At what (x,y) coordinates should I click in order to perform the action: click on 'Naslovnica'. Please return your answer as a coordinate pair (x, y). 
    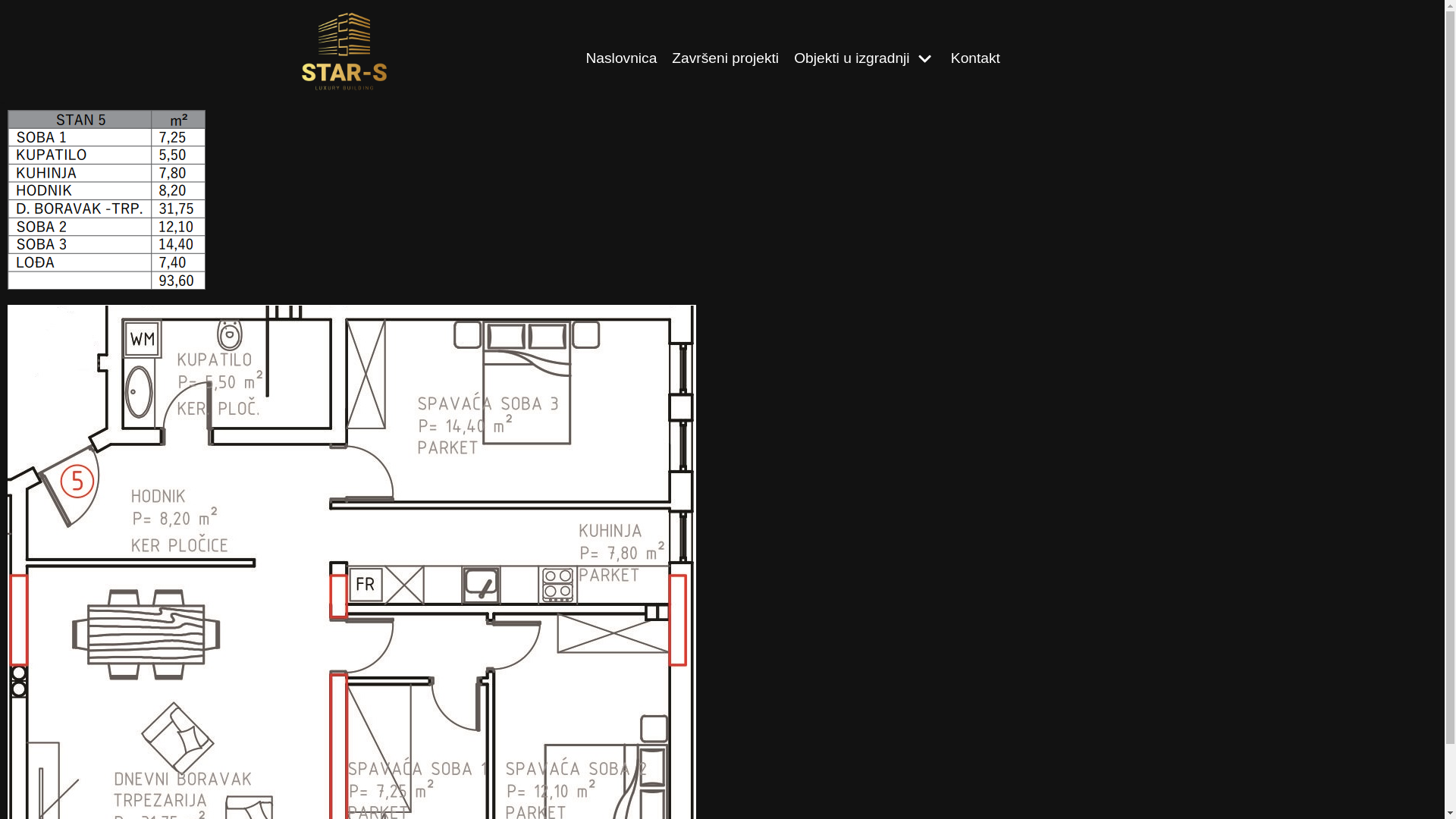
    Looking at the image, I should click on (621, 58).